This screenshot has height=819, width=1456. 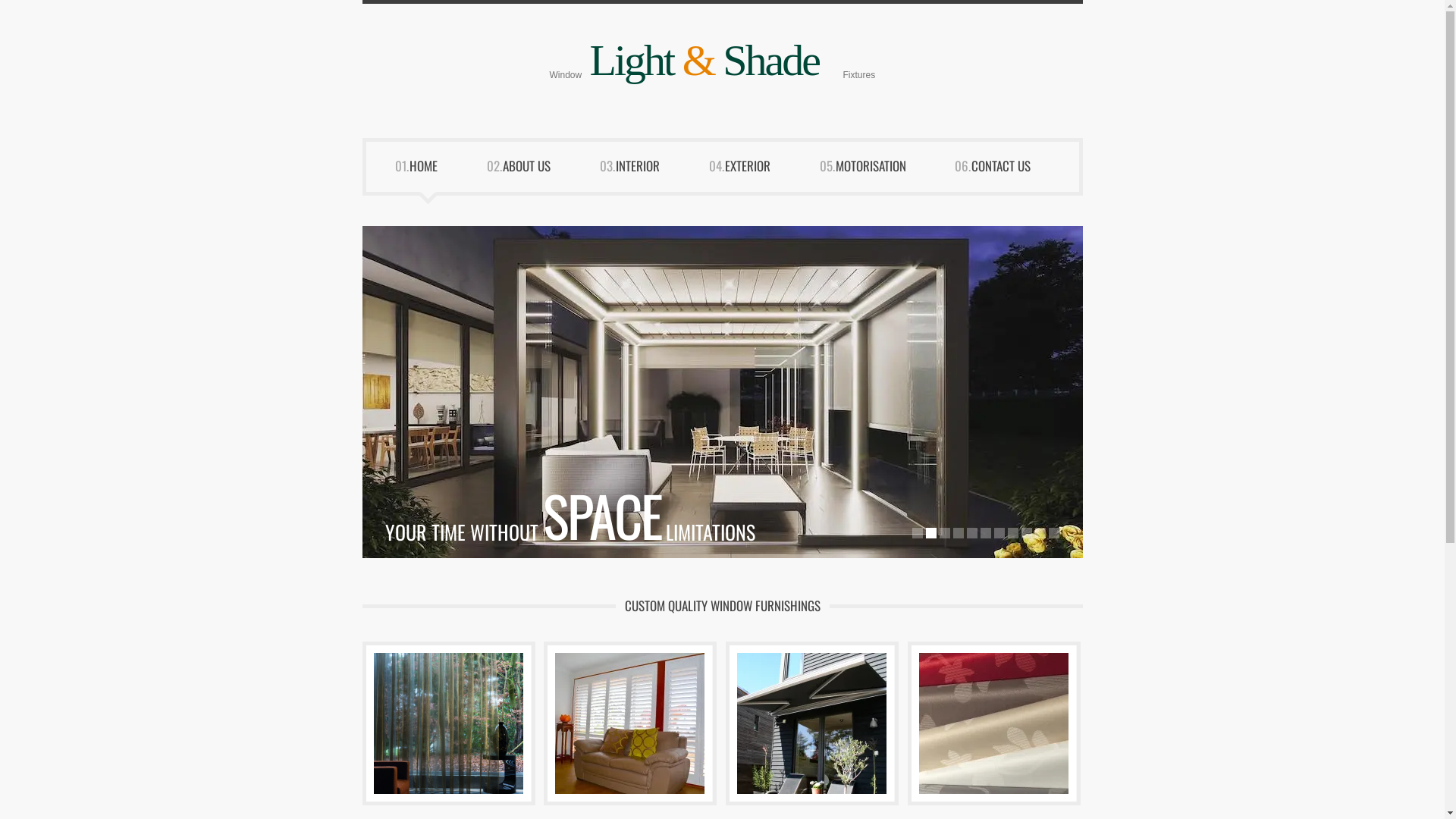 I want to click on 'Permanent Link to Awnings', so click(x=729, y=722).